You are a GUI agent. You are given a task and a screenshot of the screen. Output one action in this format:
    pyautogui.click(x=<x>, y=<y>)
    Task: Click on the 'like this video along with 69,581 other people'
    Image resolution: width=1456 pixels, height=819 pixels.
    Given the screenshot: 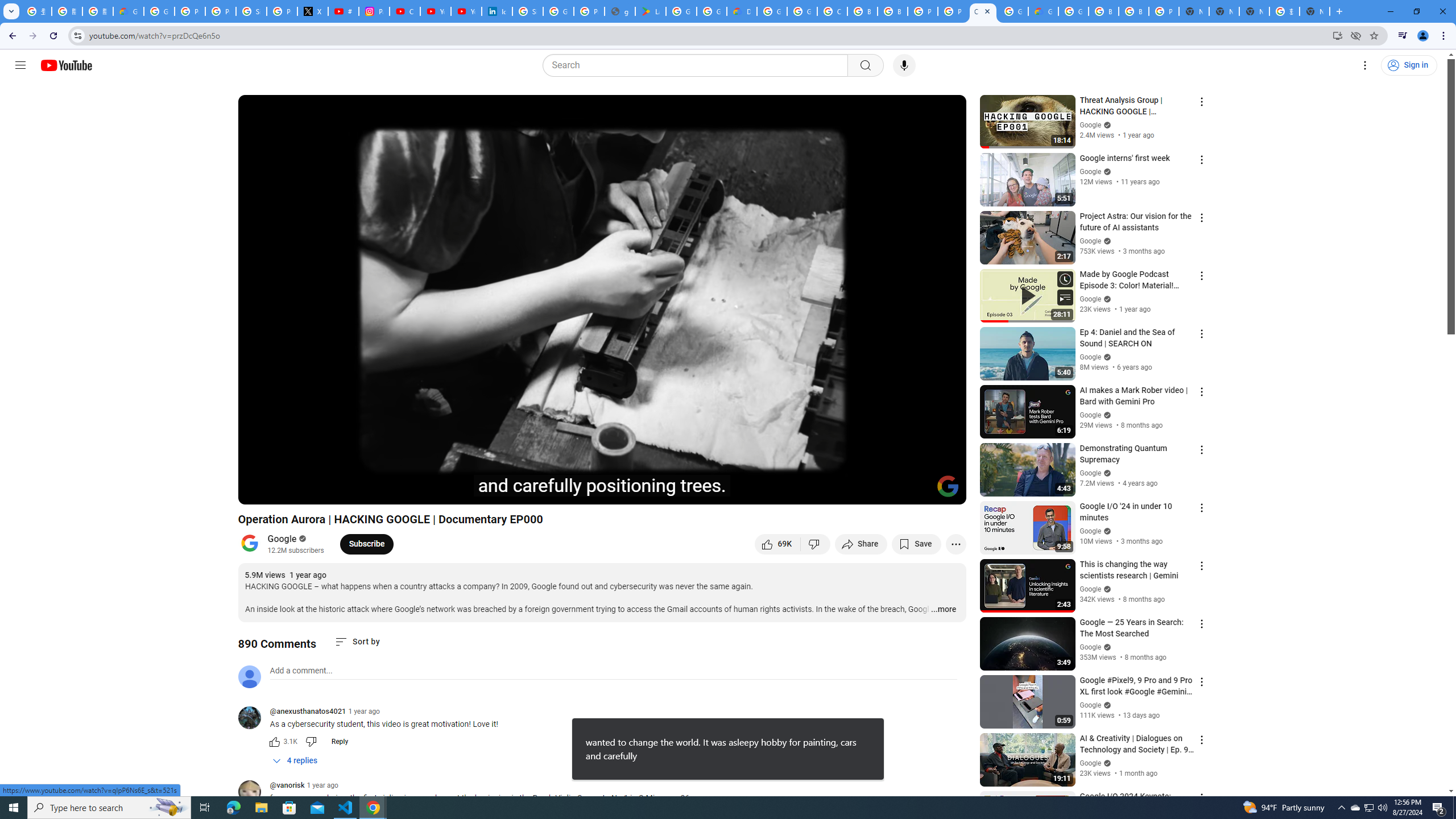 What is the action you would take?
    pyautogui.click(x=777, y=543)
    